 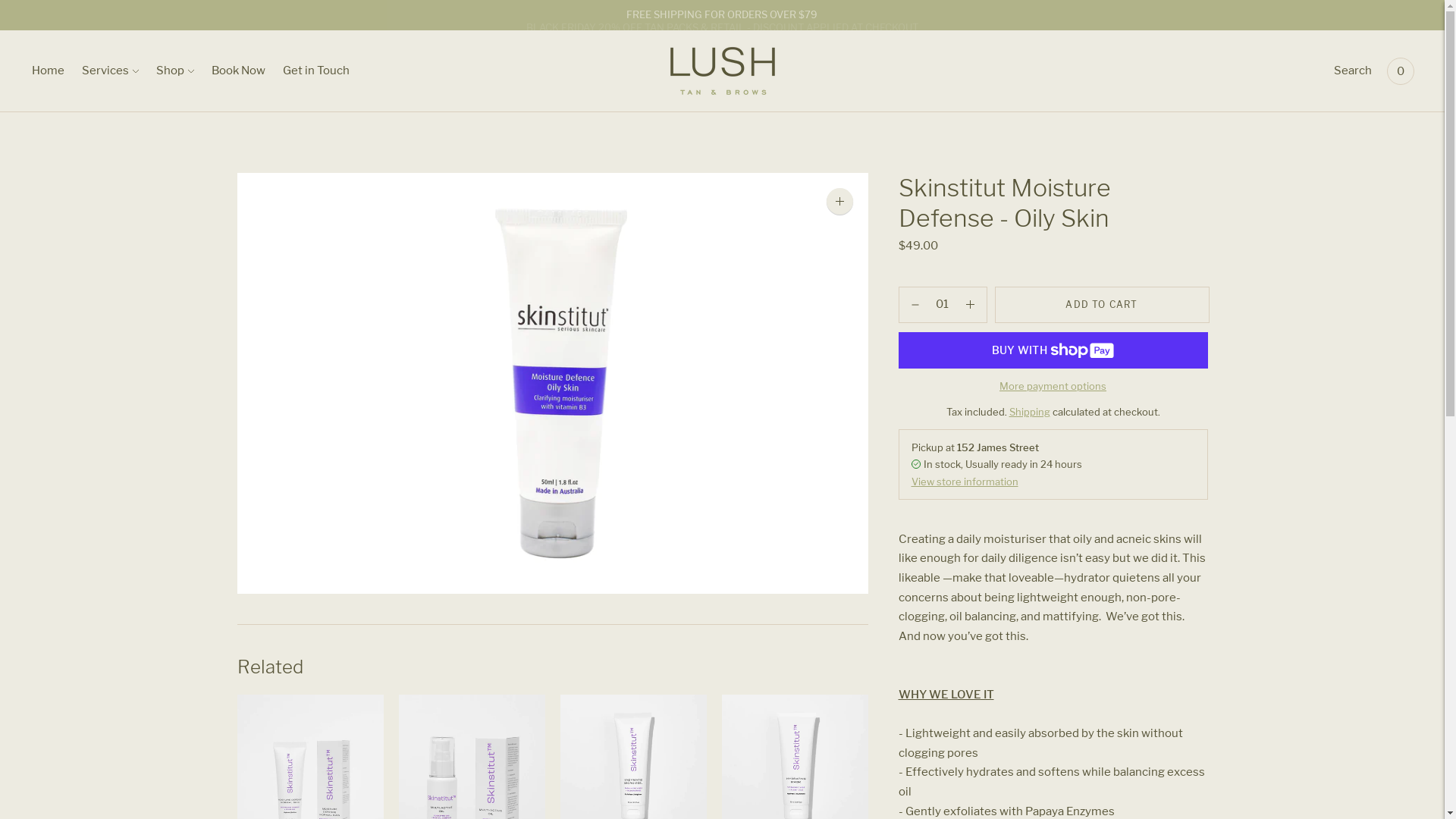 What do you see at coordinates (48, 71) in the screenshot?
I see `'Home'` at bounding box center [48, 71].